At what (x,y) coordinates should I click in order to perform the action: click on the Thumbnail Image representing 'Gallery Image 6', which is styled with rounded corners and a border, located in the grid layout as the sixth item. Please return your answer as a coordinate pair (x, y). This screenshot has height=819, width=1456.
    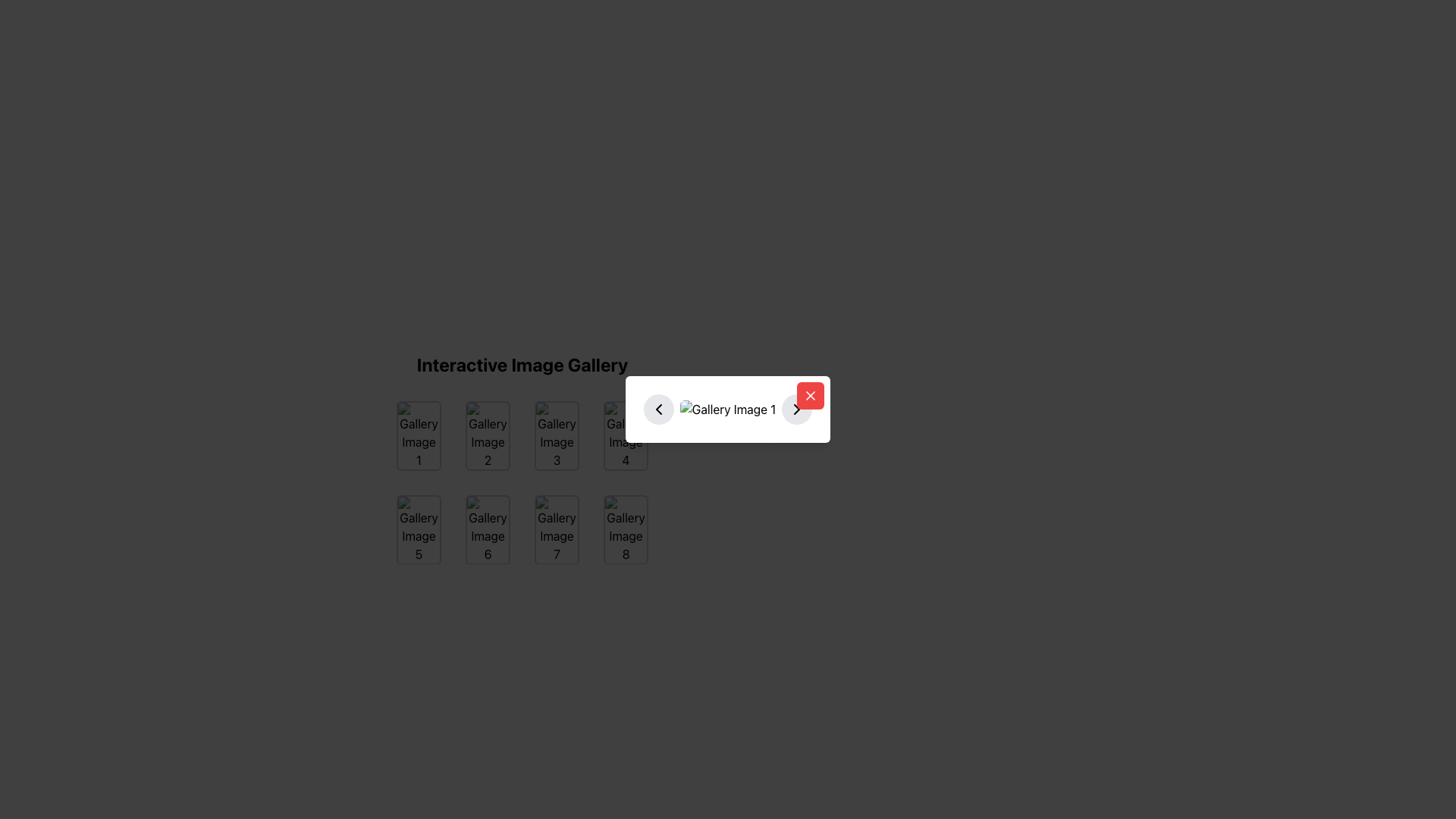
    Looking at the image, I should click on (488, 529).